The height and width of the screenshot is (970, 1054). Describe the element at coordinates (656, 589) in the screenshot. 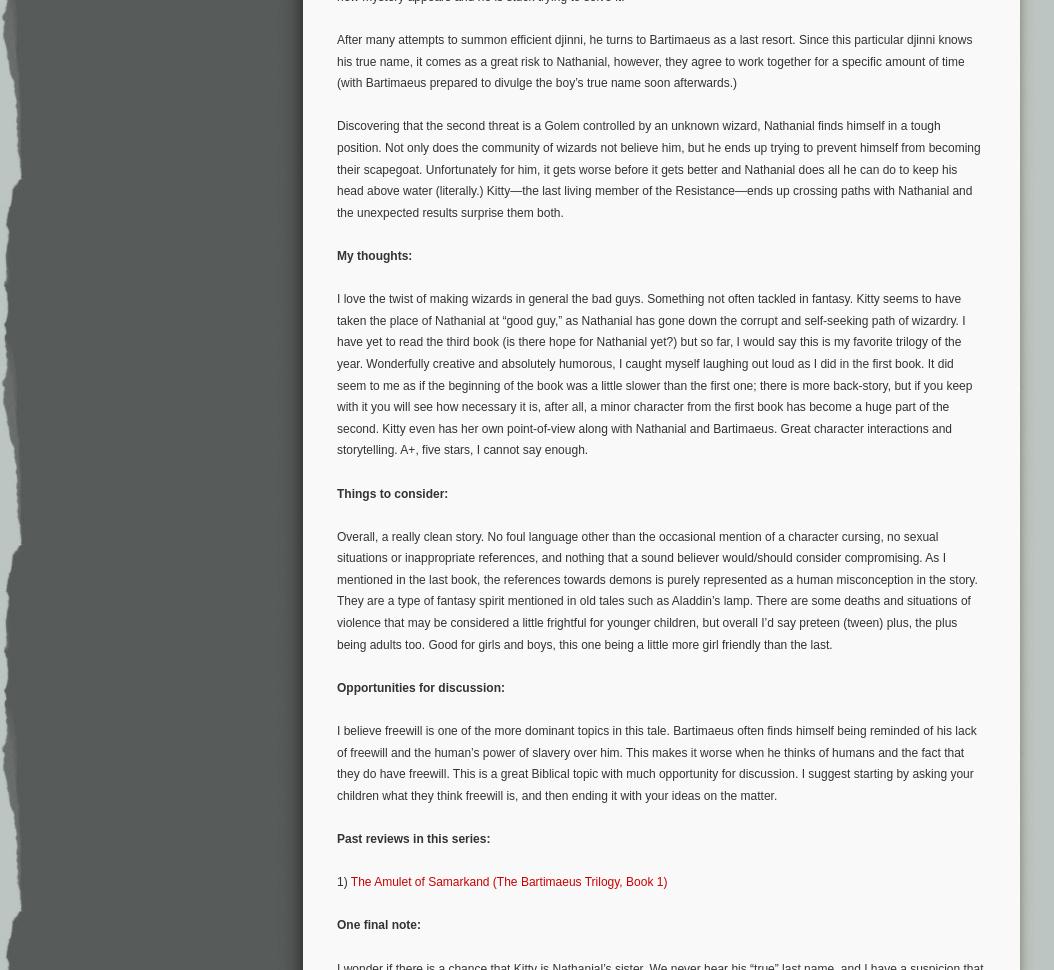

I see `'Overall, a really clean story. No foul language other than the occasional mention of a character cursing, no sexual situations or inappropriate references, and nothing that a sound believer would/should consider compromising. As I mentioned in the last book, the references towards demons is purely represented as a human misconception in the story. They are a type of fantasy spirit mentioned in old tales such as Aladdin’s lamp. There are some deaths and situations of violence that may be considered a little frightful for younger children, but overall I’d say preteen (tween) plus, the plus being adults too. Good for girls and boys, this one being a little more girl friendly than the last.'` at that location.